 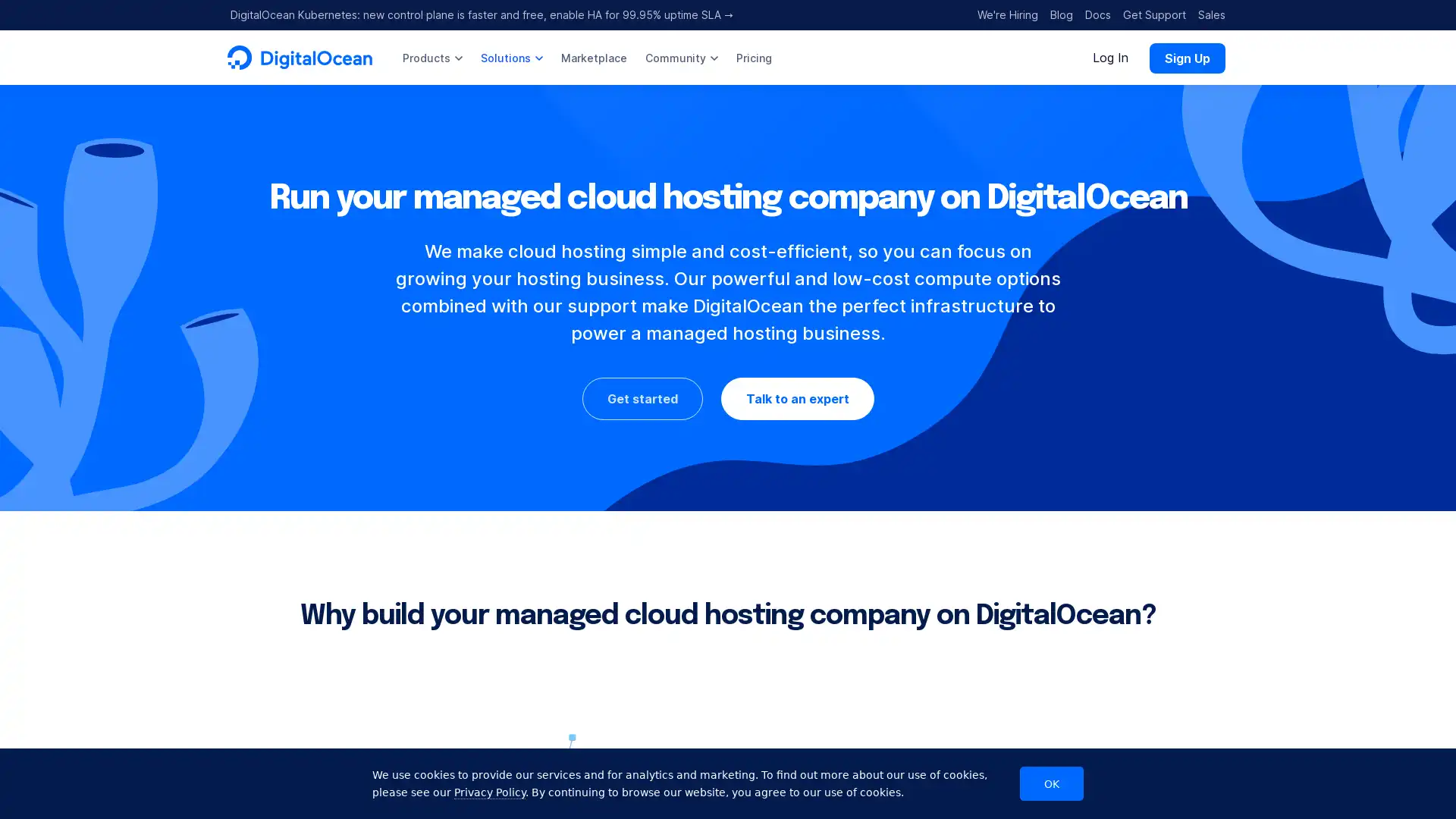 What do you see at coordinates (1186, 57) in the screenshot?
I see `Sign Up` at bounding box center [1186, 57].